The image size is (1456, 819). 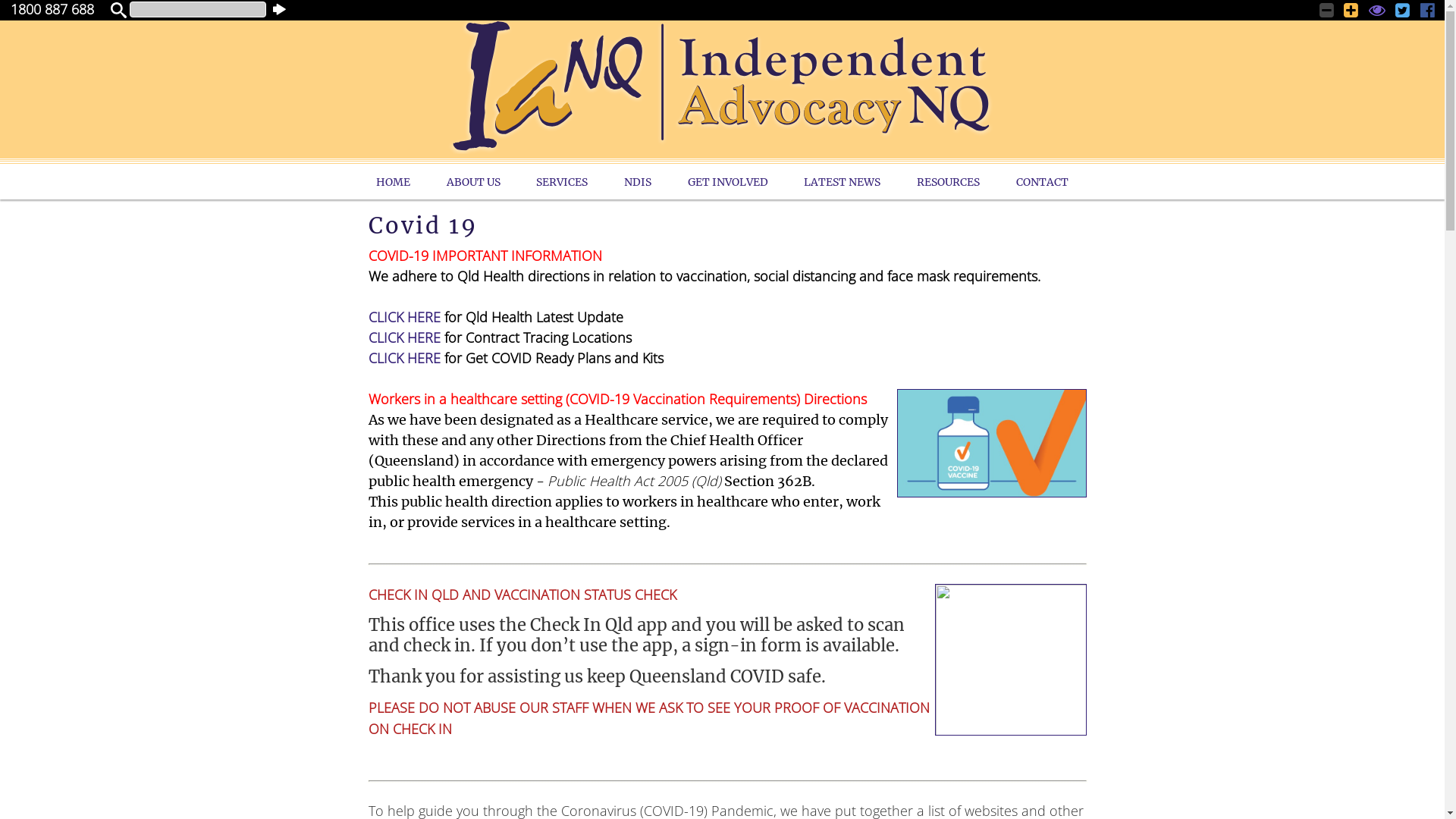 I want to click on 'LATEST NEWS', so click(x=842, y=180).